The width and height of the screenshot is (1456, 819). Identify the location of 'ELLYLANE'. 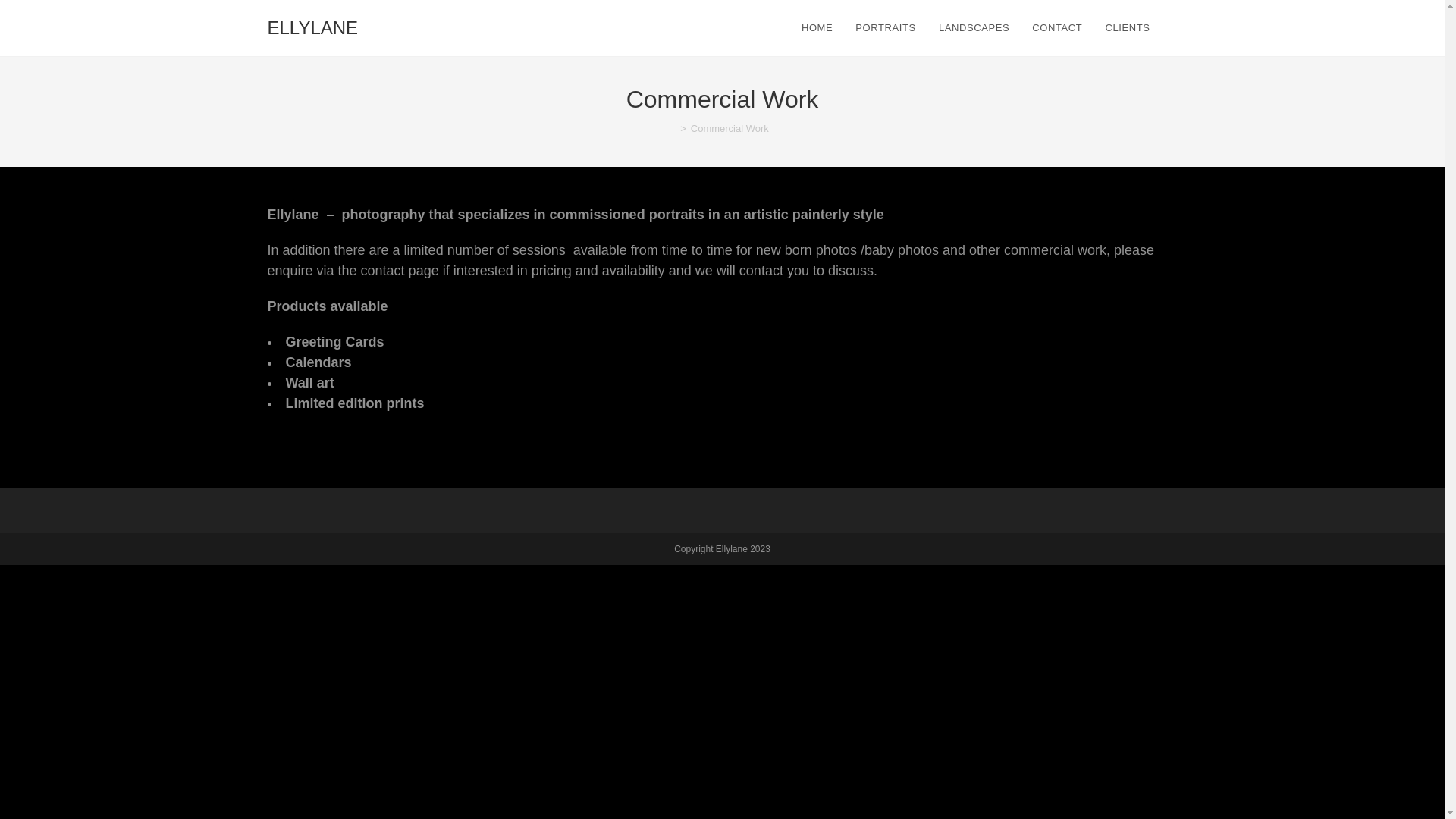
(312, 28).